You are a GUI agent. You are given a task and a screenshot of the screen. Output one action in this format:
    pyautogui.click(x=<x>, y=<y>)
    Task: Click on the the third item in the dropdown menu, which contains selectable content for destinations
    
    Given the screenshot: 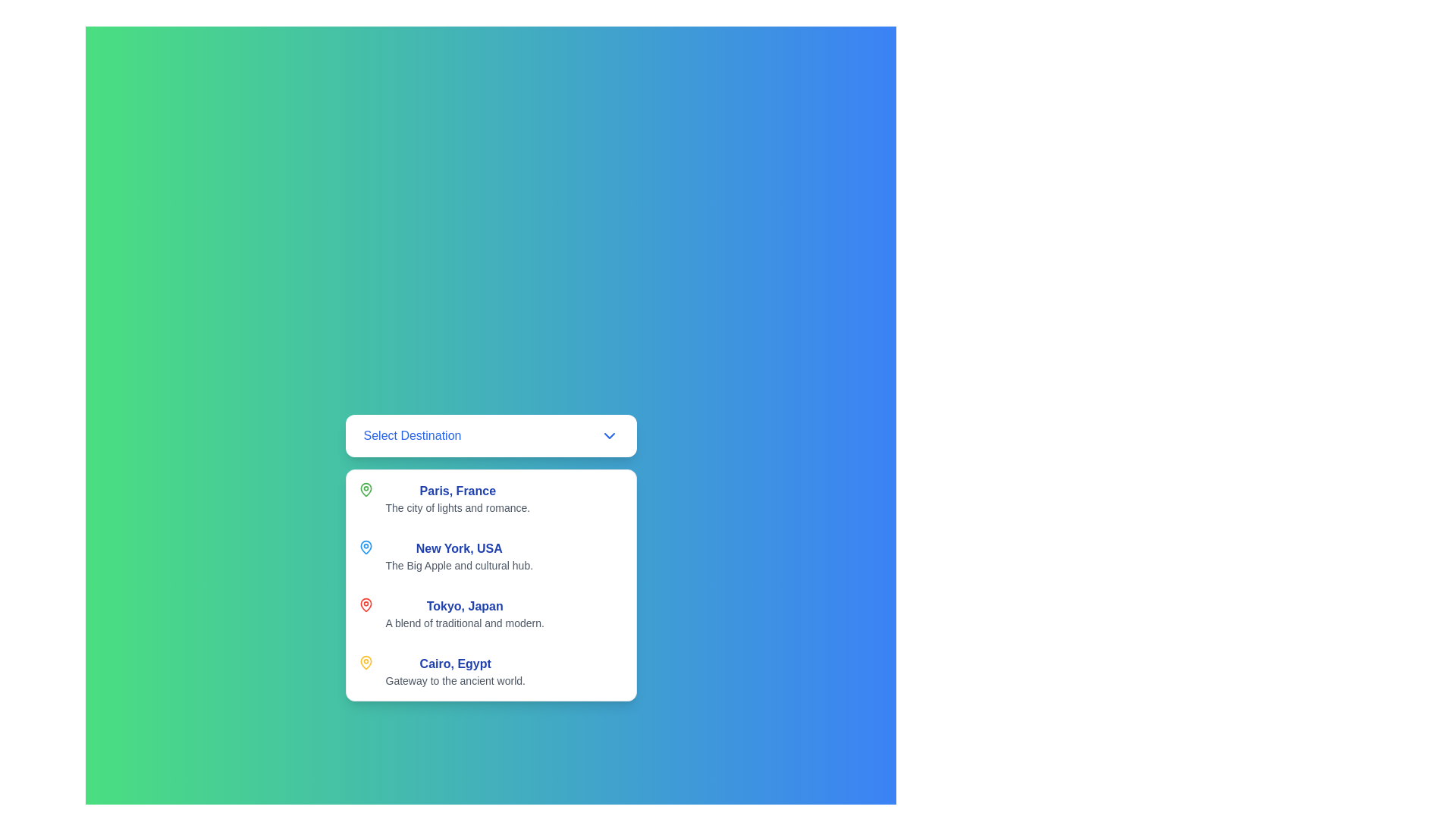 What is the action you would take?
    pyautogui.click(x=491, y=584)
    